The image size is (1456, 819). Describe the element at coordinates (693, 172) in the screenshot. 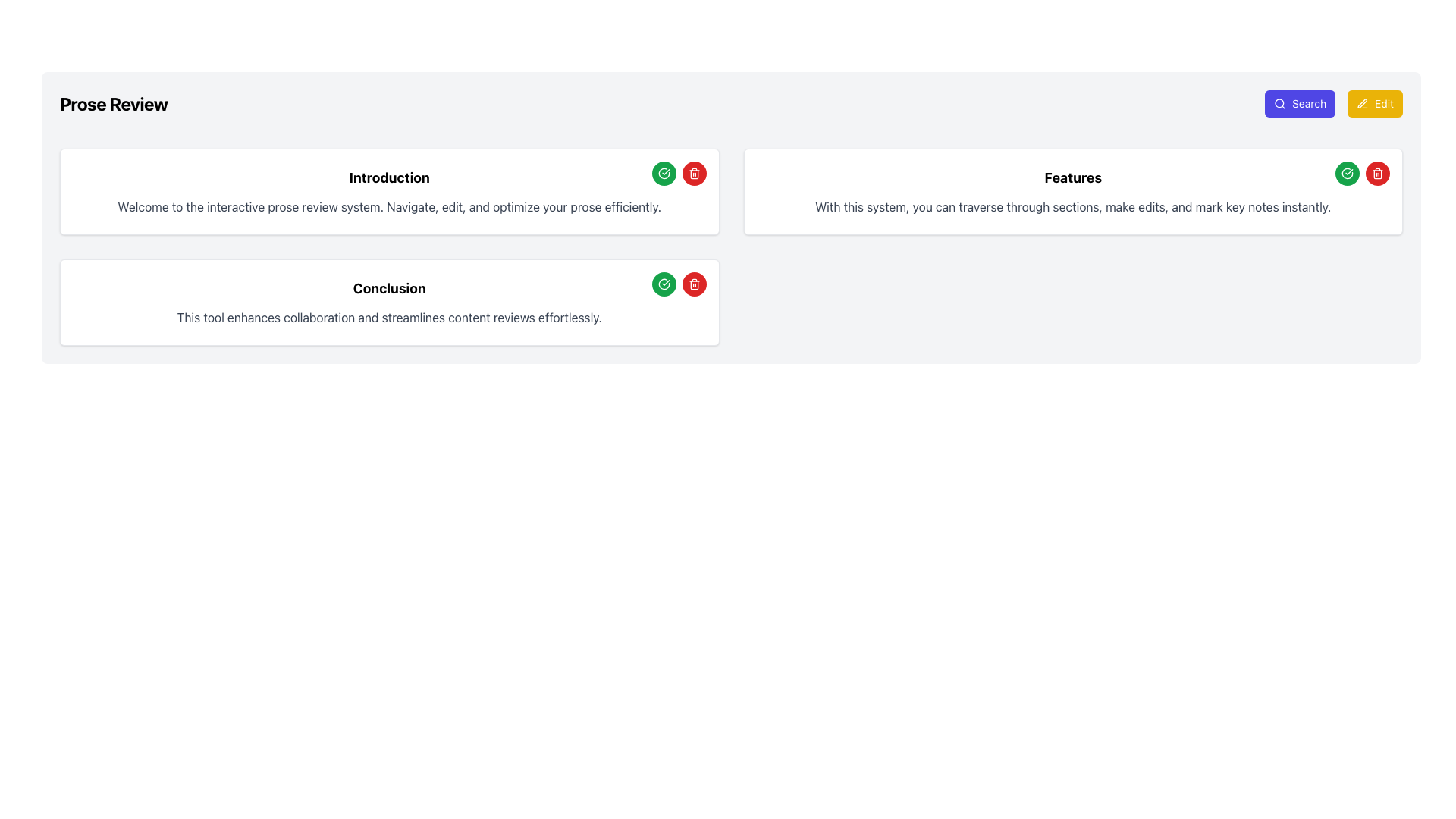

I see `the rightmost circular deletion button located at the top-right corner of the interface, which triggers a removal action` at that location.